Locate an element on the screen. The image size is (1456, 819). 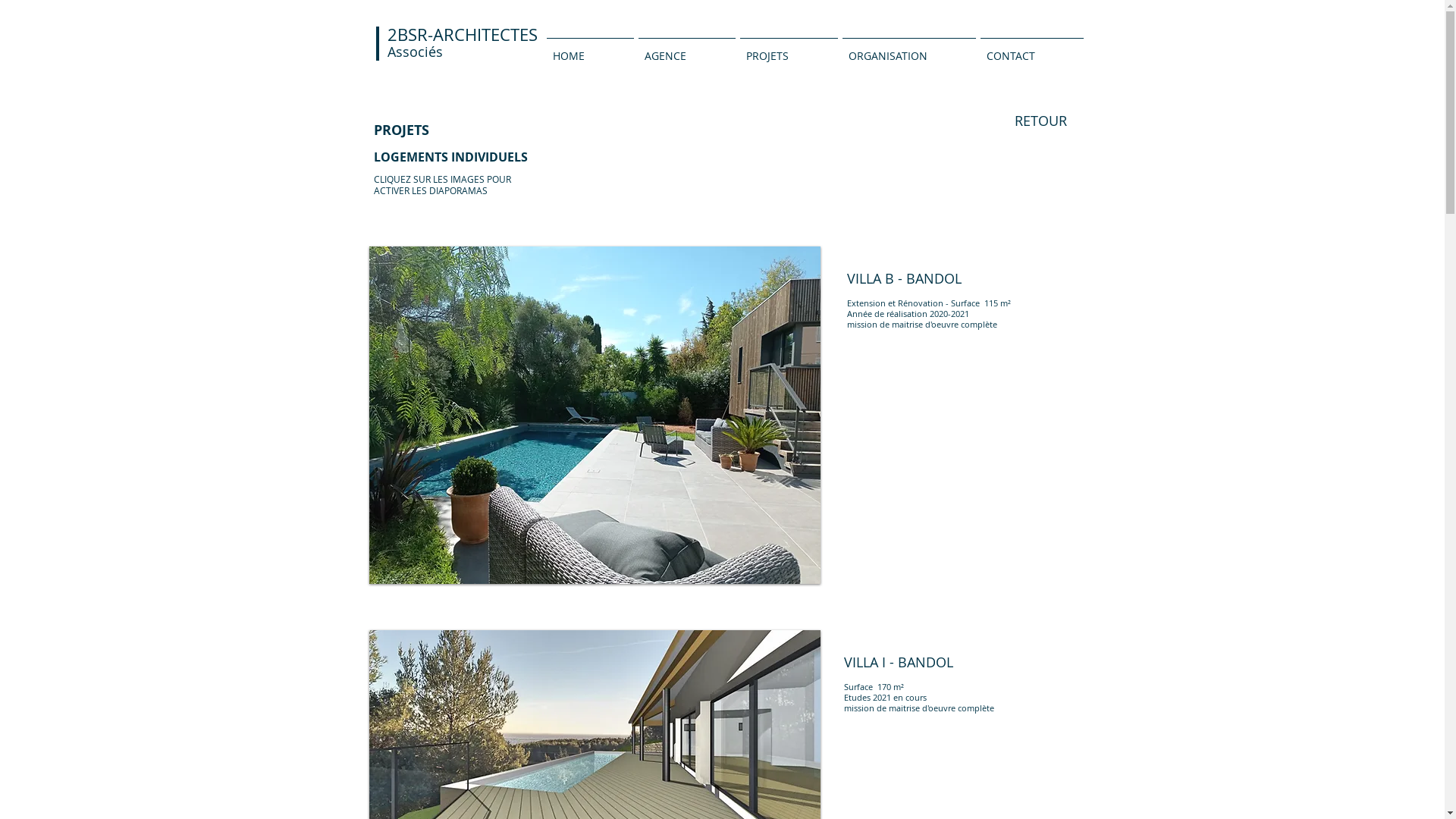
'RETOUR' is located at coordinates (1040, 120).